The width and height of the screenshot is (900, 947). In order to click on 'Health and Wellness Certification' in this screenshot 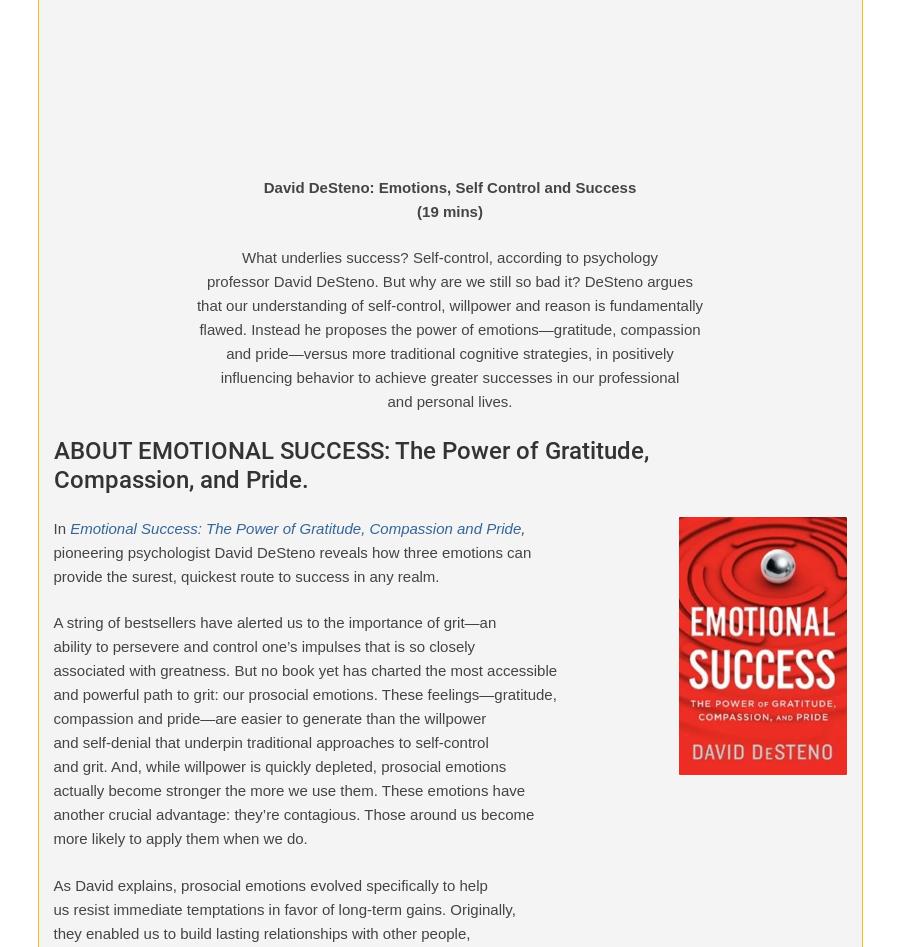, I will do `click(165, 334)`.